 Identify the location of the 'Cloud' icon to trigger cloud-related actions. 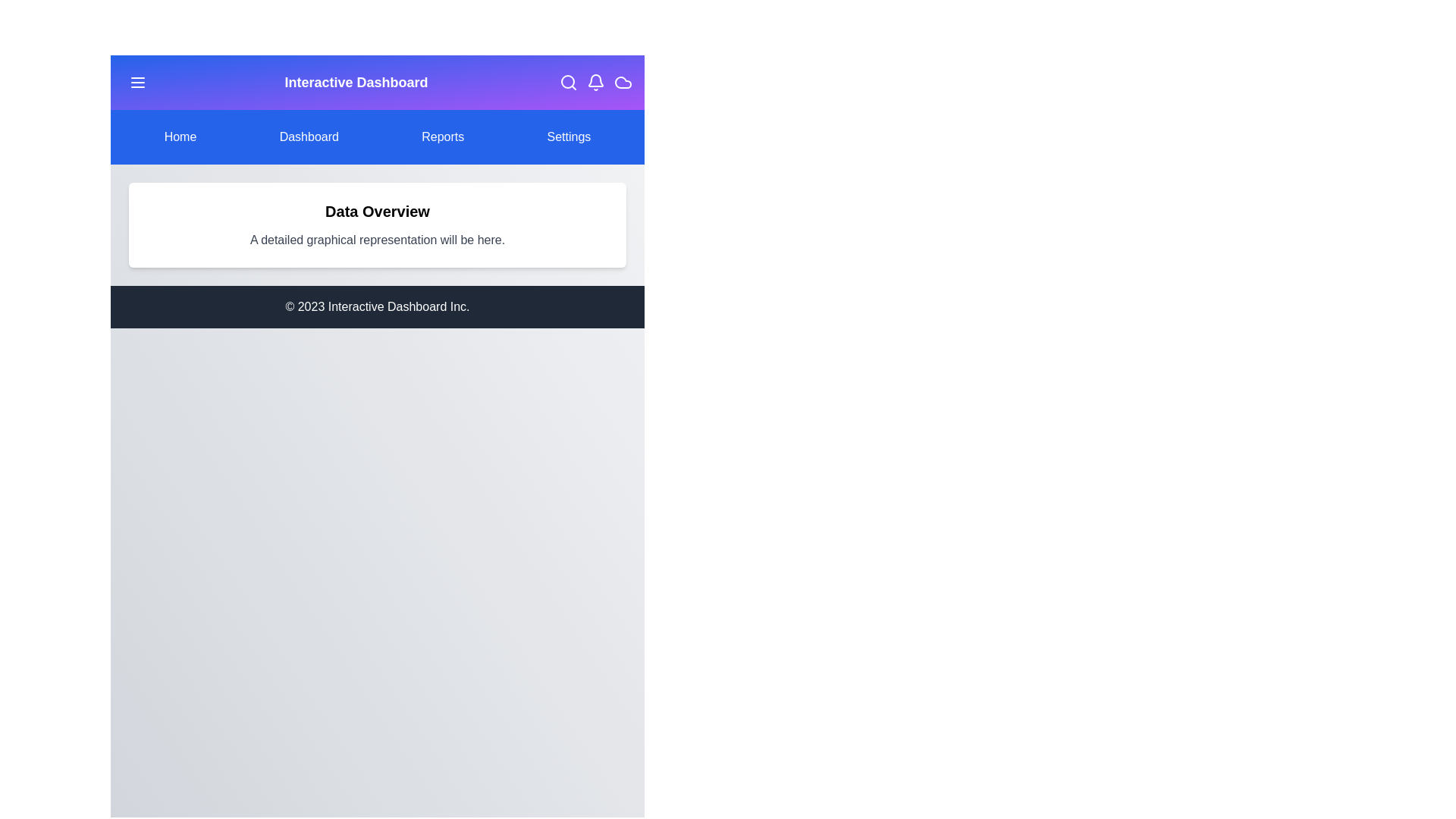
(623, 82).